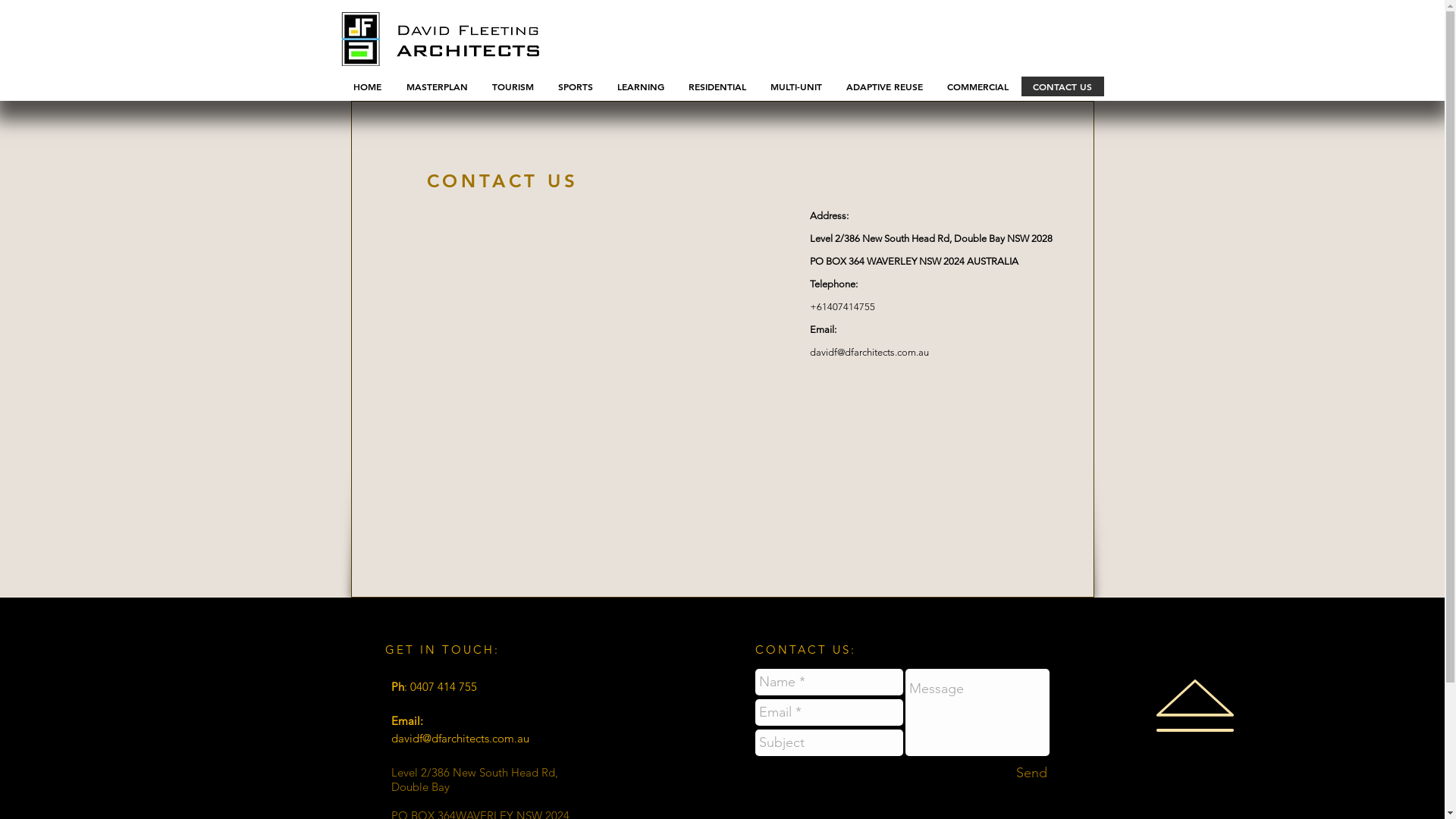  What do you see at coordinates (640, 86) in the screenshot?
I see `'LEARNING'` at bounding box center [640, 86].